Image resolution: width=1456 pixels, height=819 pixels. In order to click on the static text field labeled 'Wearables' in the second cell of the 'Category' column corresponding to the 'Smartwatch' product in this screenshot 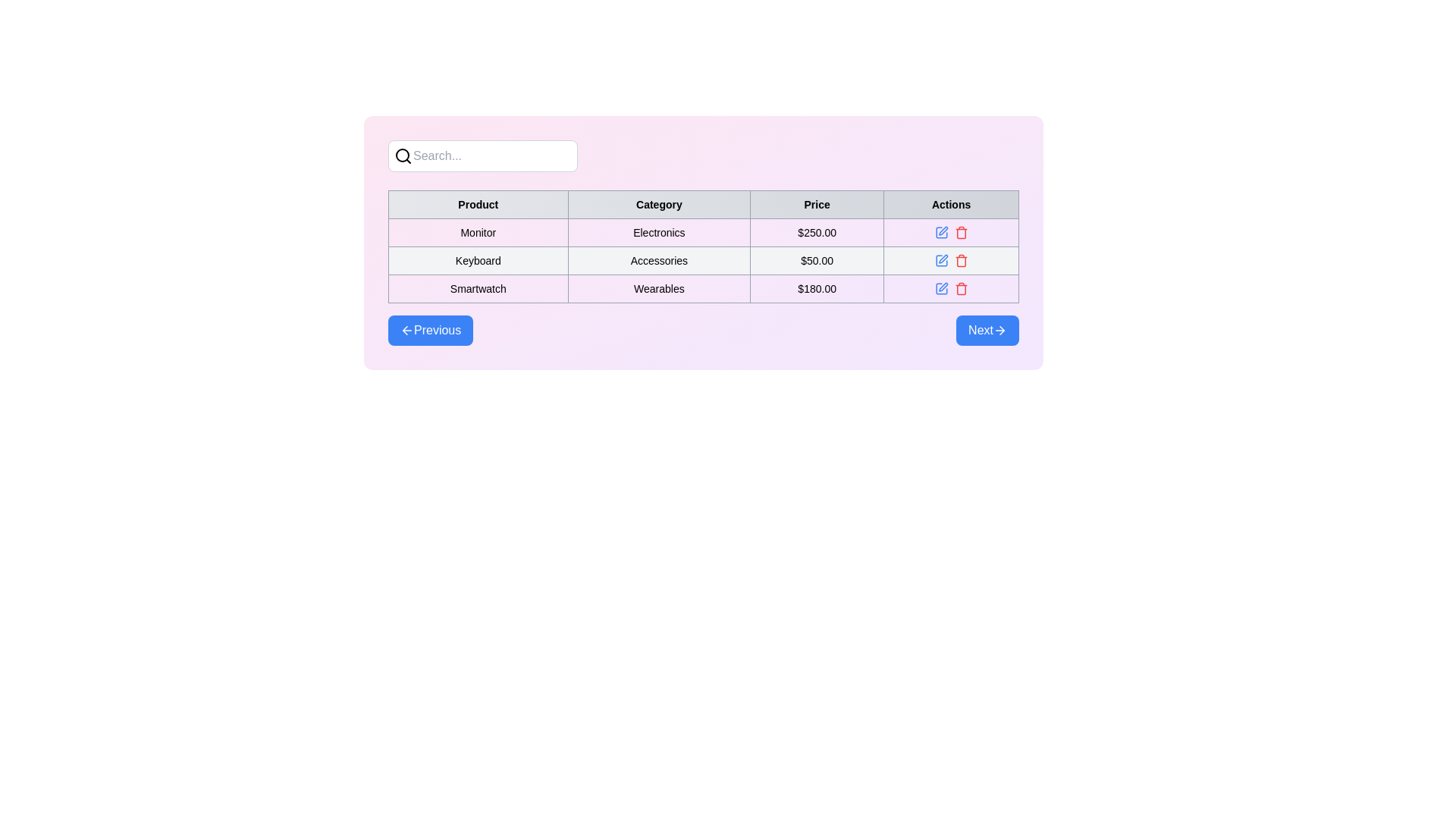, I will do `click(659, 289)`.